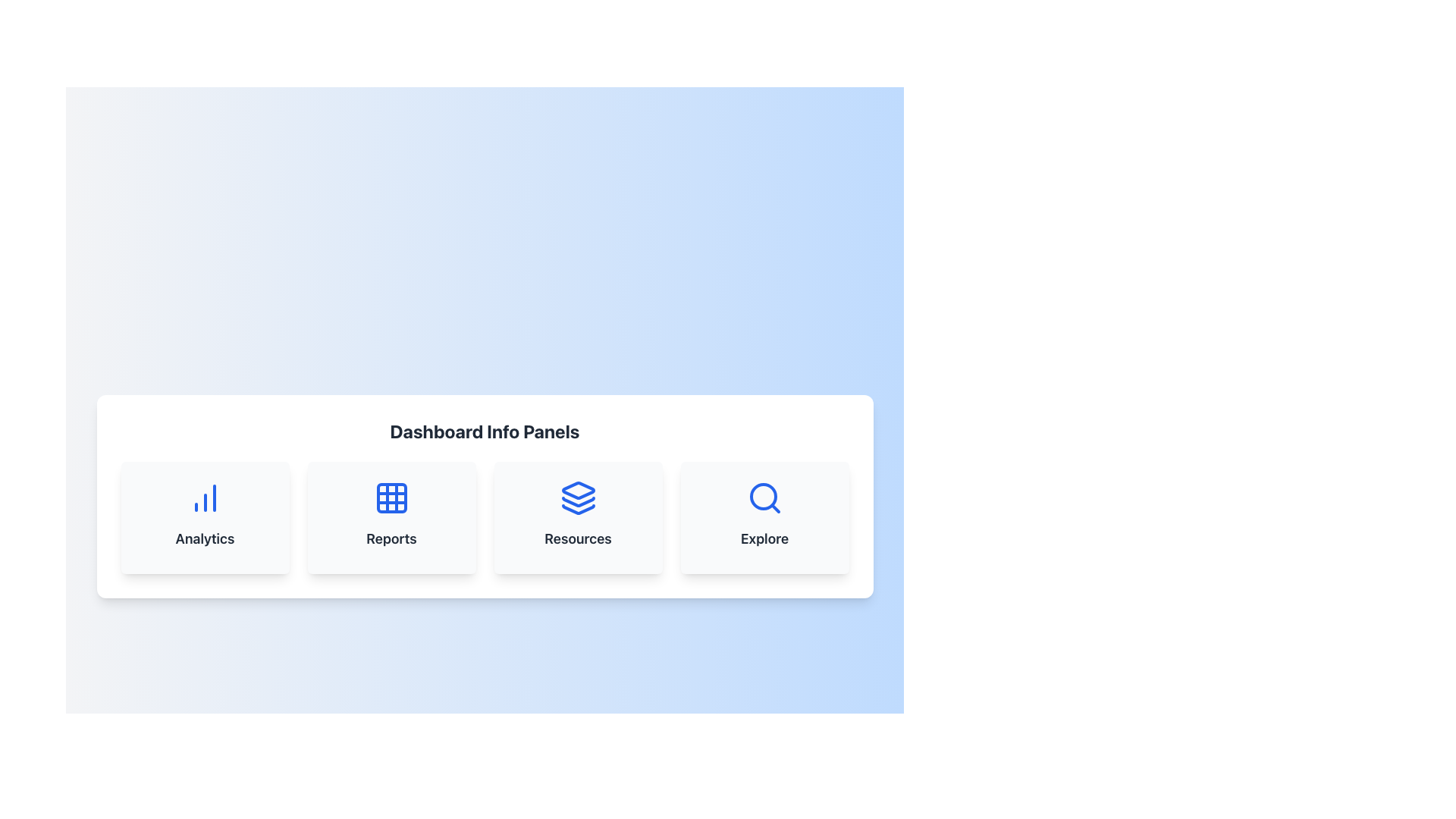  I want to click on the small blue icon design located at the bottom of the stack of three layers in the 'Resources' section of the panel, so click(577, 509).